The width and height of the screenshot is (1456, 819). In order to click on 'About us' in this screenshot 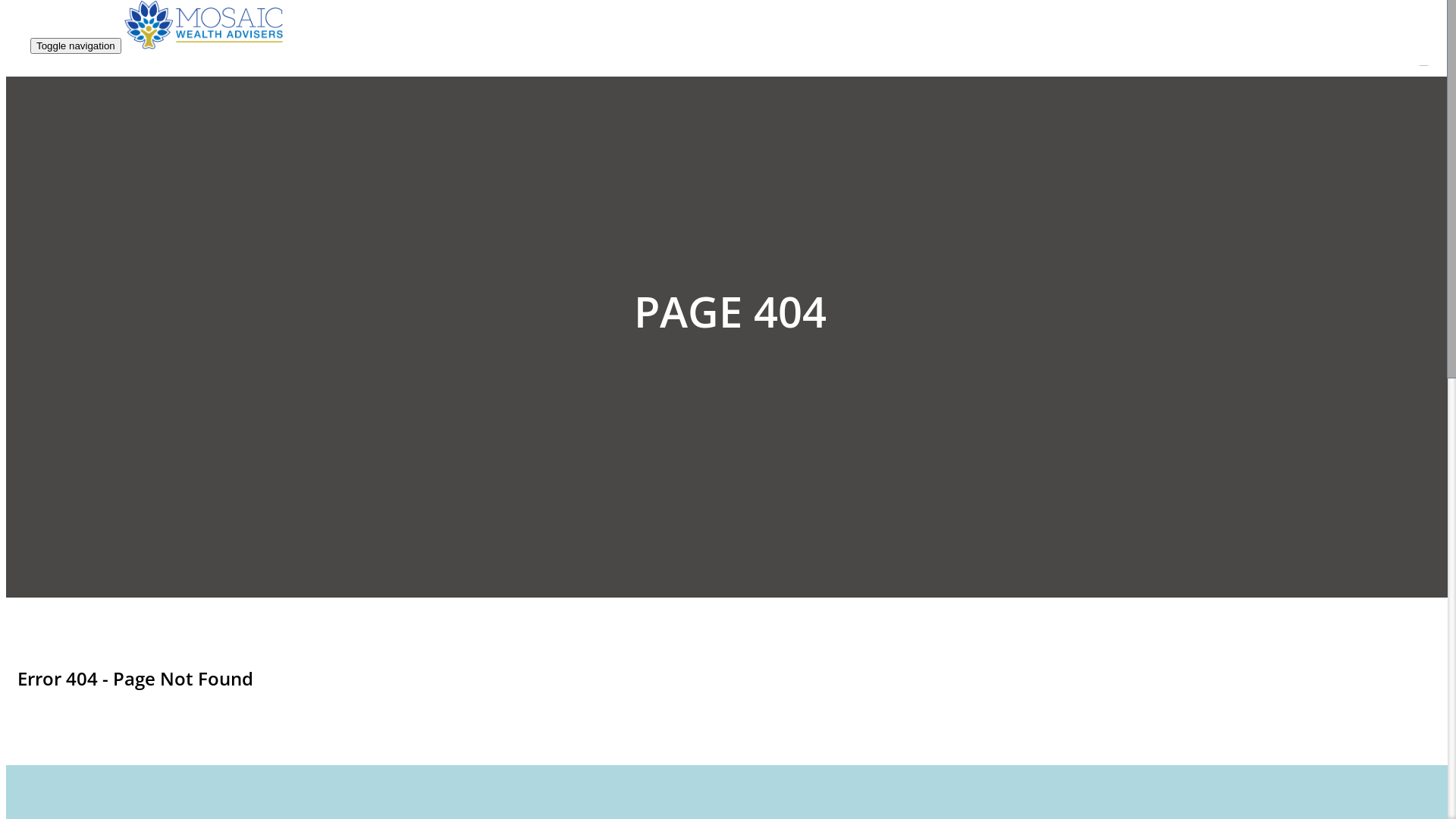, I will do `click(1115, 324)`.